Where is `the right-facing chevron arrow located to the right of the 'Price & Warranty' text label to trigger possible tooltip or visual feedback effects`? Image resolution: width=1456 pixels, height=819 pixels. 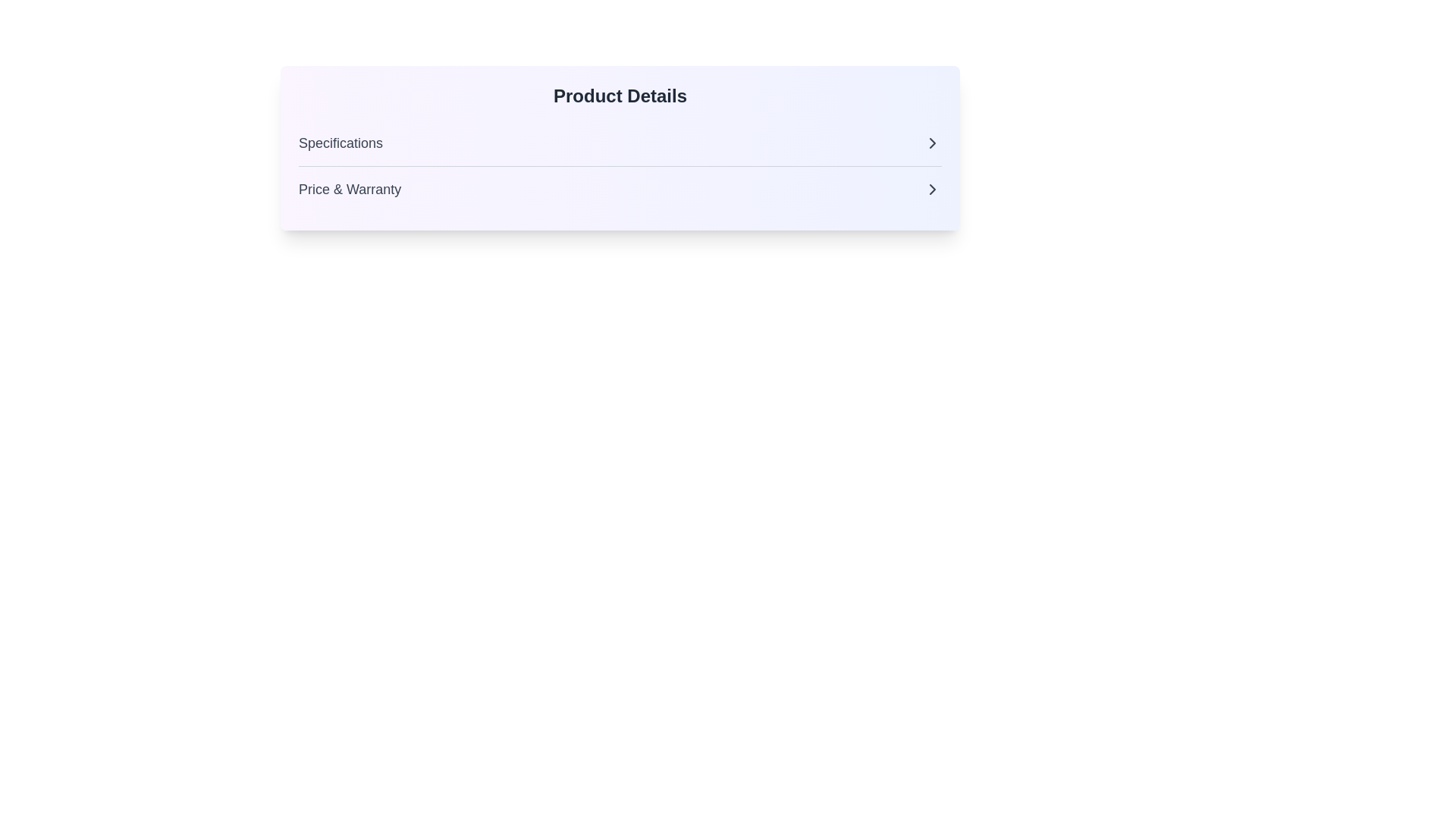 the right-facing chevron arrow located to the right of the 'Price & Warranty' text label to trigger possible tooltip or visual feedback effects is located at coordinates (931, 189).